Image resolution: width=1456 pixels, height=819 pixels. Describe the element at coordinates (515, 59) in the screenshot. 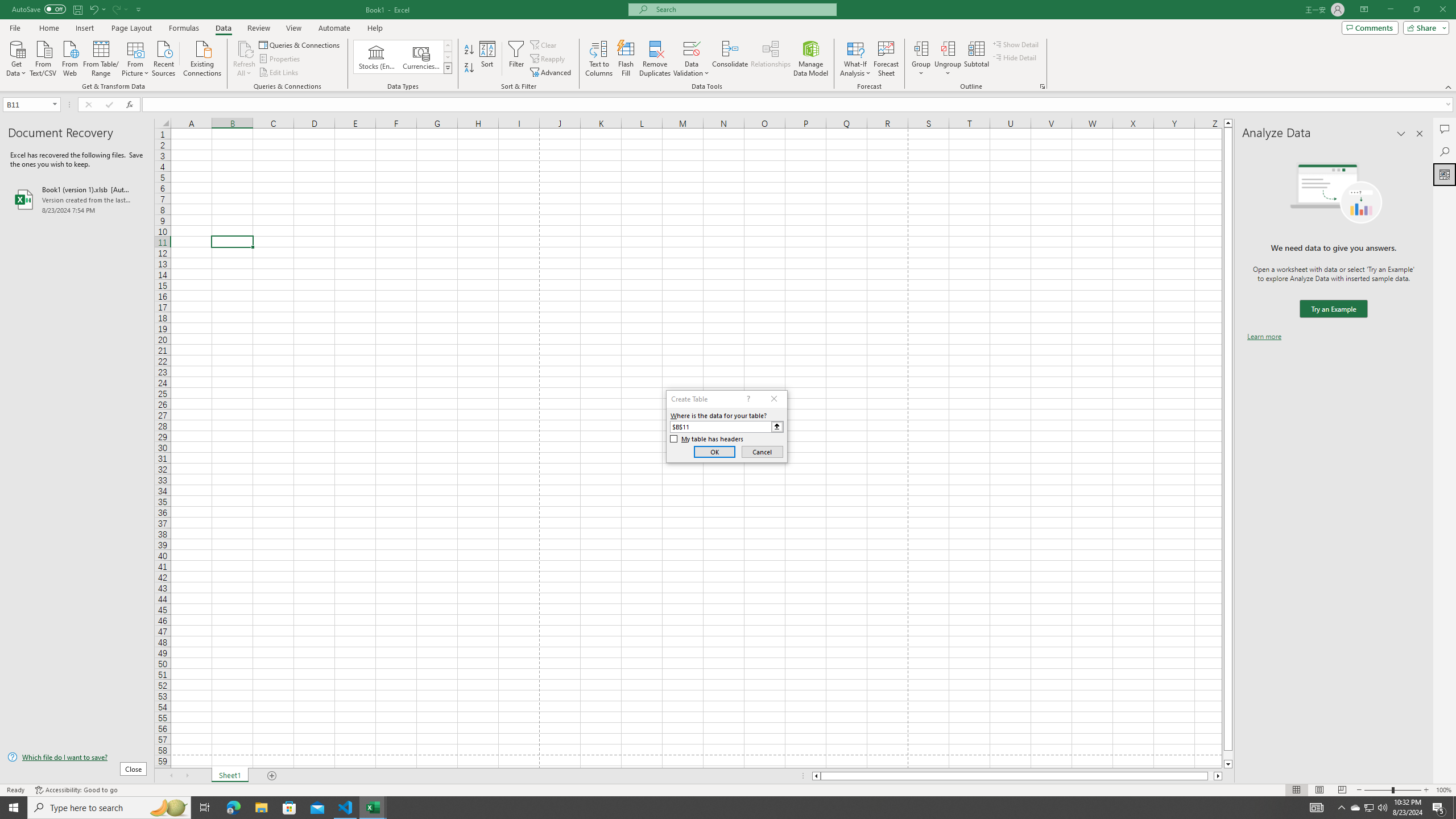

I see `'Filter'` at that location.